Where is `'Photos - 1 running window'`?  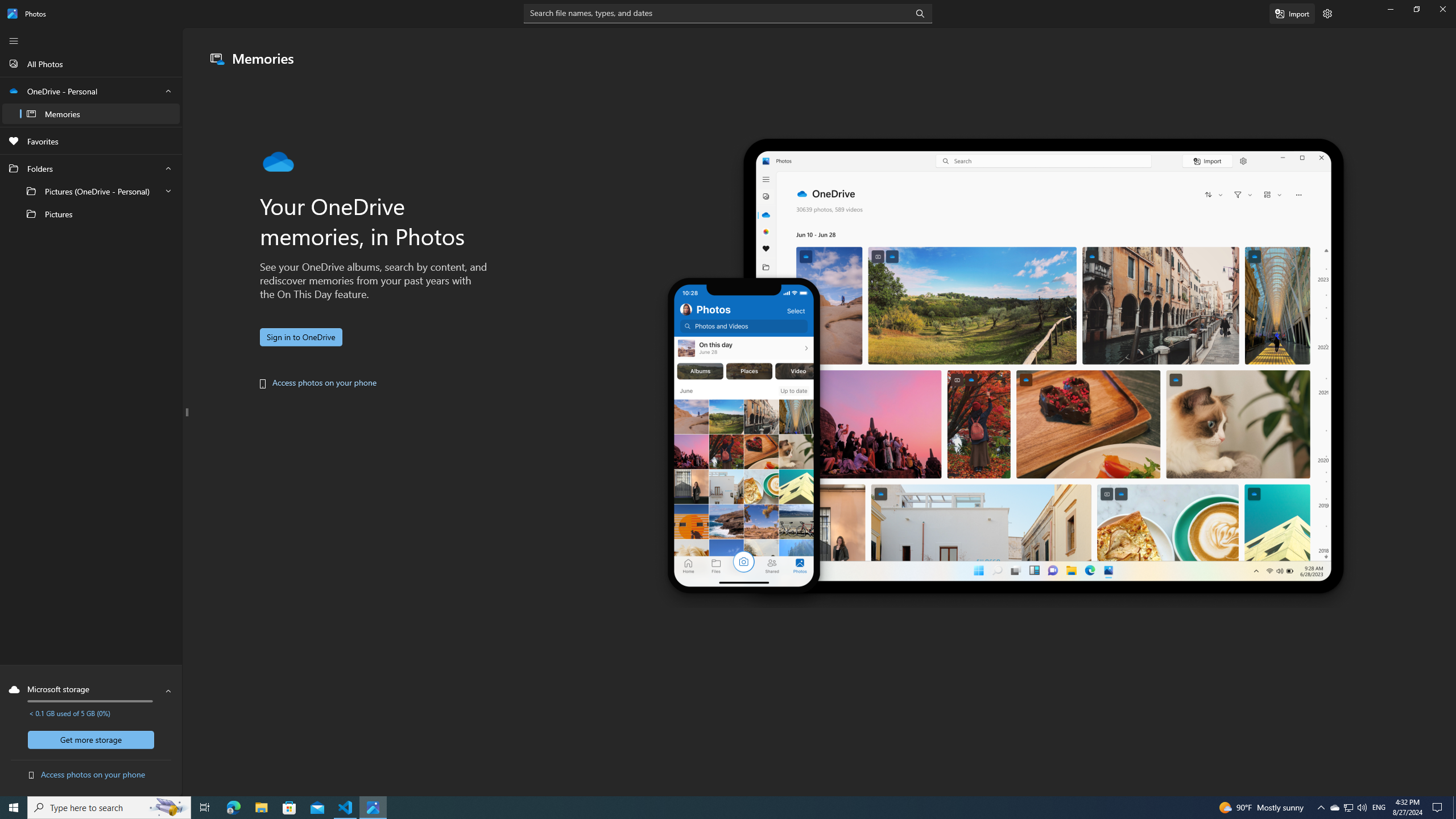 'Photos - 1 running window' is located at coordinates (373, 806).